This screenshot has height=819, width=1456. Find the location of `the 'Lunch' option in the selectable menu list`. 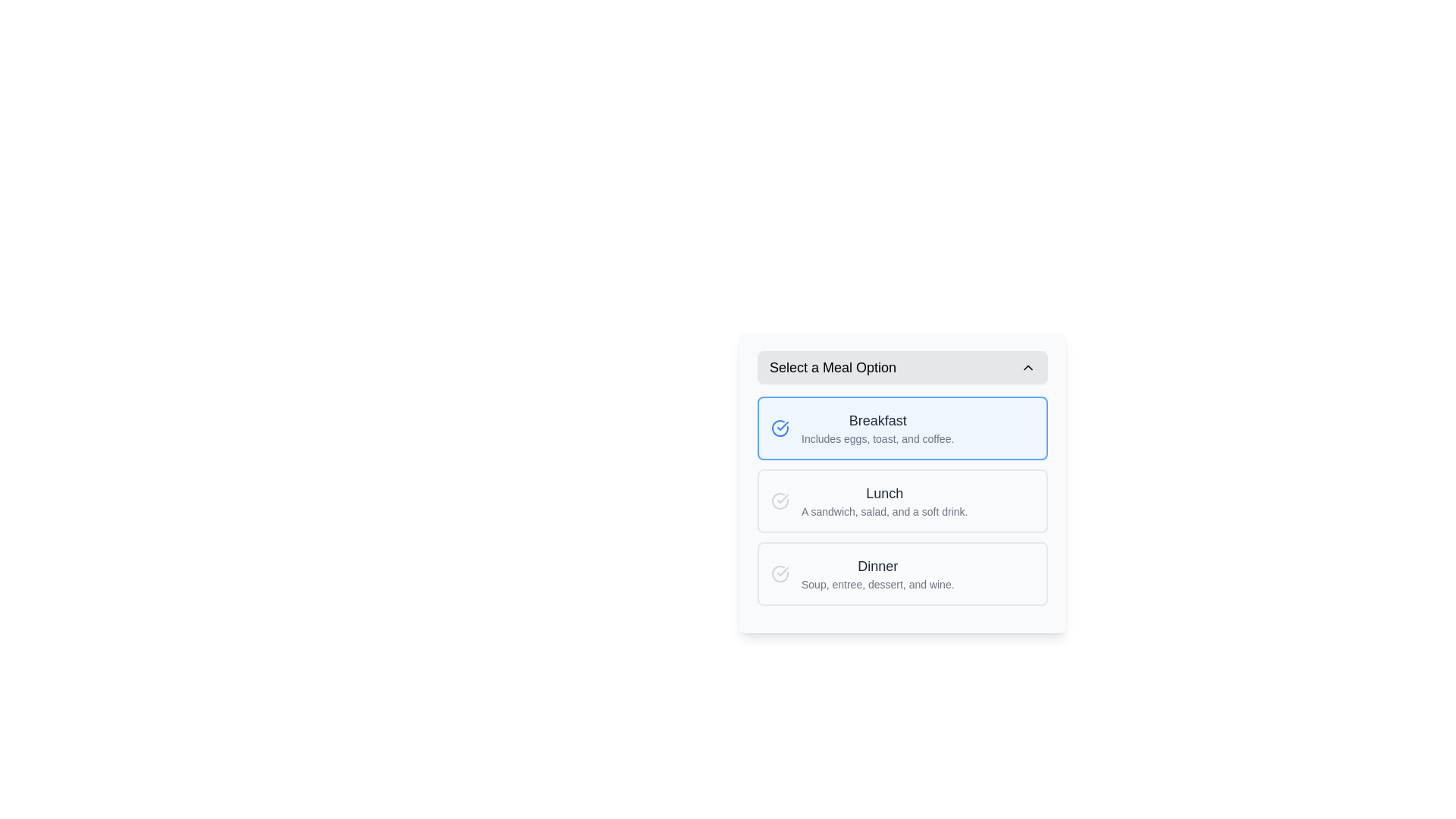

the 'Lunch' option in the selectable menu list is located at coordinates (902, 500).